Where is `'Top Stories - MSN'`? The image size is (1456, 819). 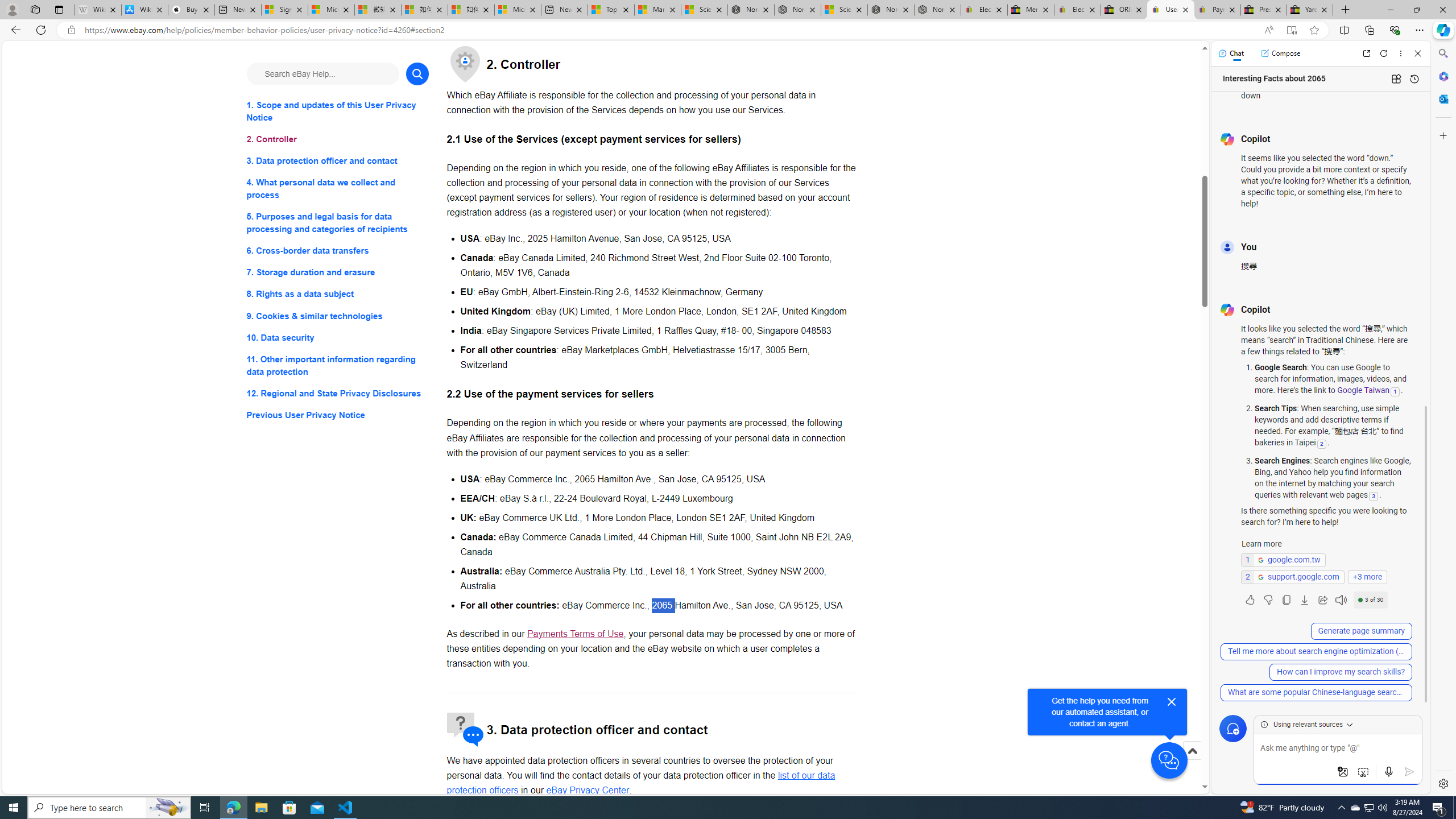
'Top Stories - MSN' is located at coordinates (610, 9).